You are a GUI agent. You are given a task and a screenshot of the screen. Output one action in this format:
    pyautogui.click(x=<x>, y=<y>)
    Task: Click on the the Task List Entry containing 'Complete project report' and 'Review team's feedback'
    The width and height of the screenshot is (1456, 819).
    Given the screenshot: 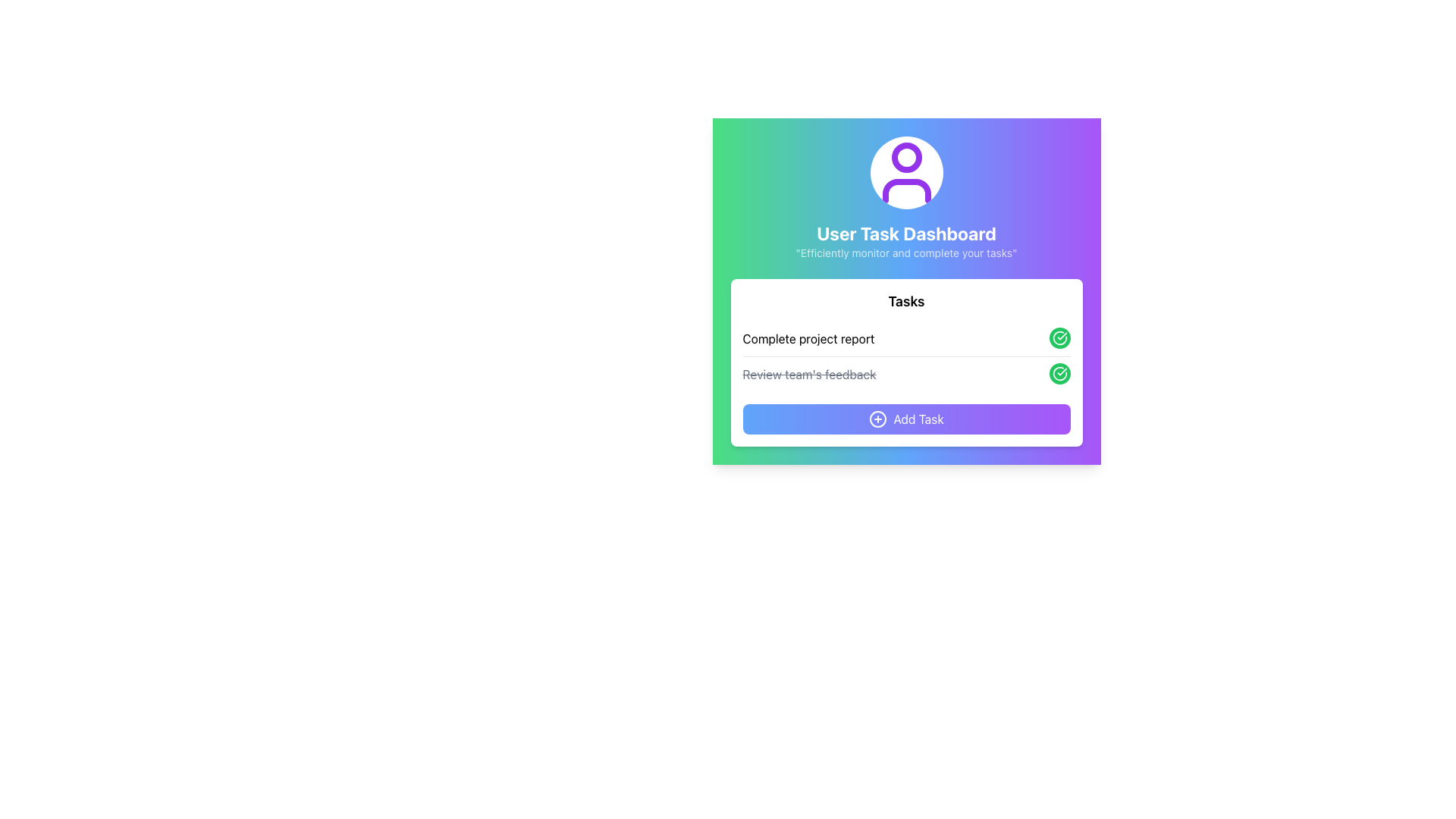 What is the action you would take?
    pyautogui.click(x=906, y=356)
    